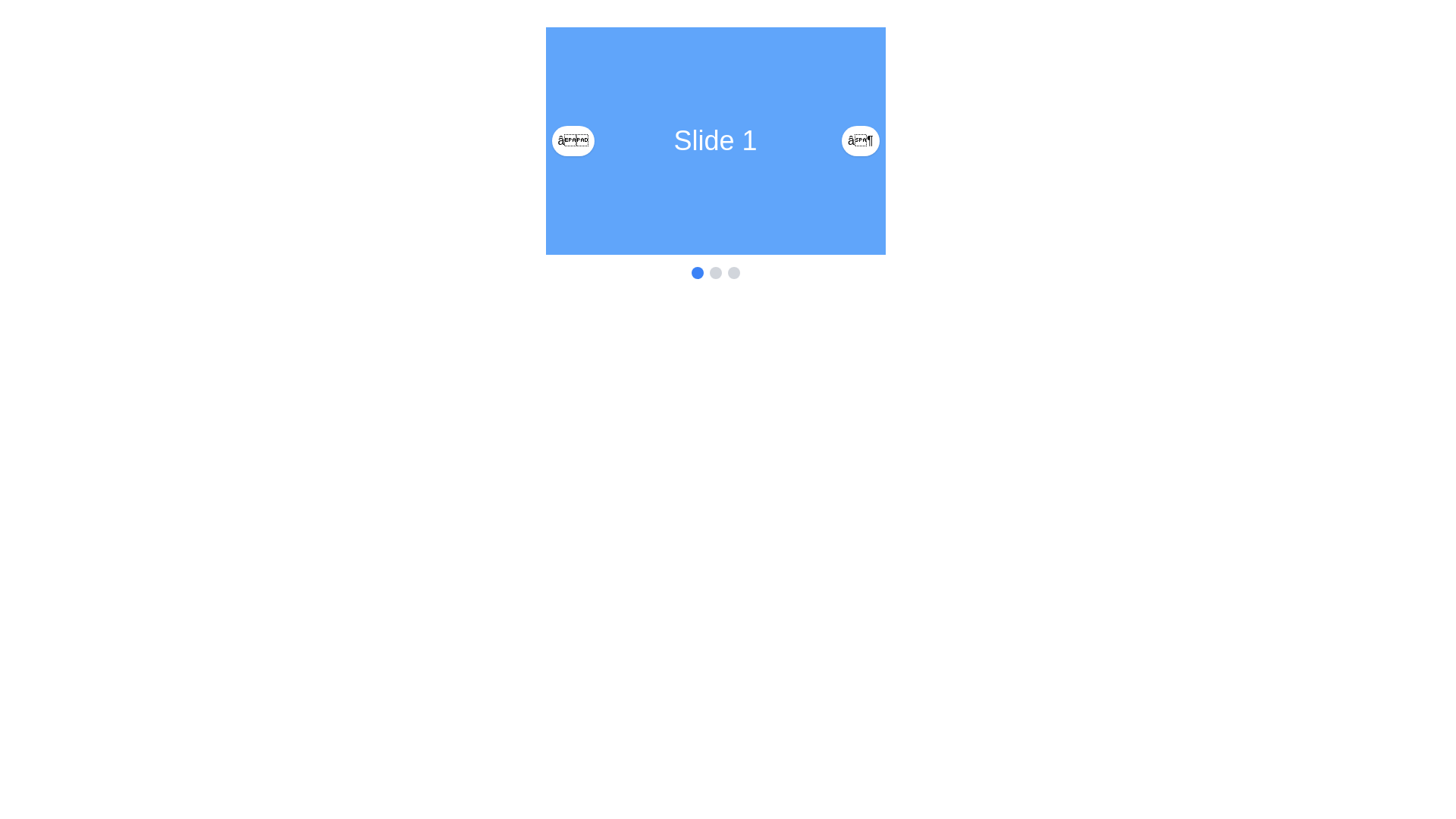 The height and width of the screenshot is (819, 1456). I want to click on the navigation indicator element located at the bottom-center of the carousel interface, so click(714, 271).